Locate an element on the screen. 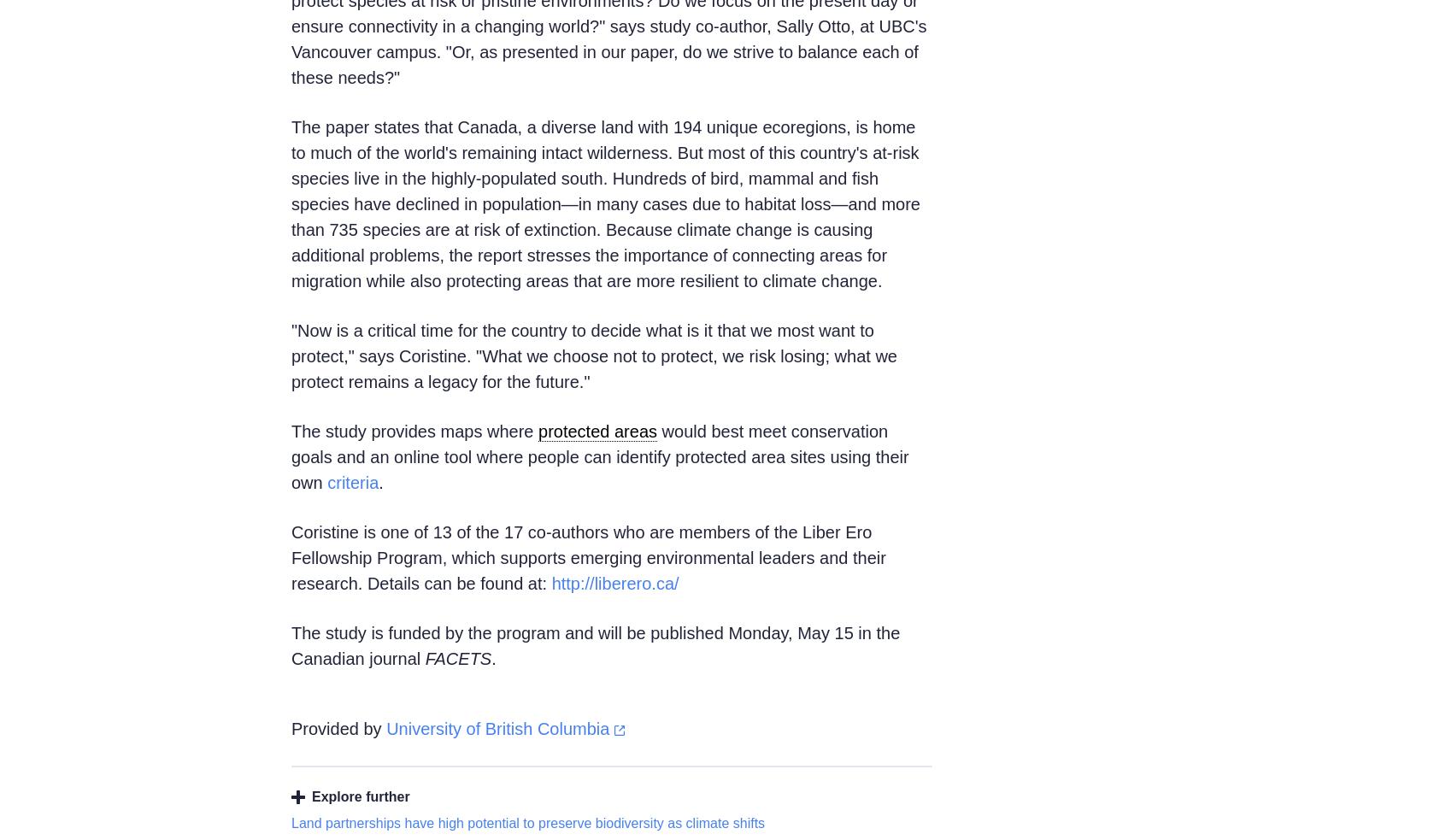 The width and height of the screenshot is (1446, 840). 'http://liberero.ca/' is located at coordinates (550, 582).